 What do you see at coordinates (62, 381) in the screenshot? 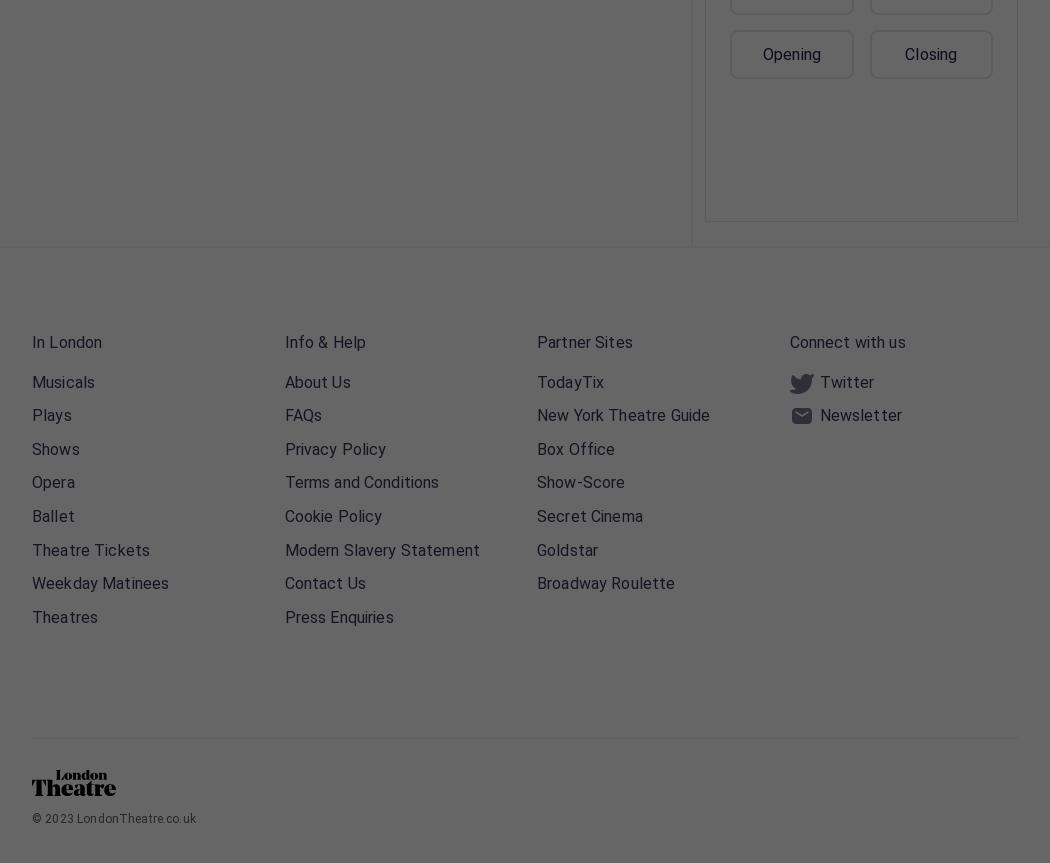
I see `'Musicals'` at bounding box center [62, 381].